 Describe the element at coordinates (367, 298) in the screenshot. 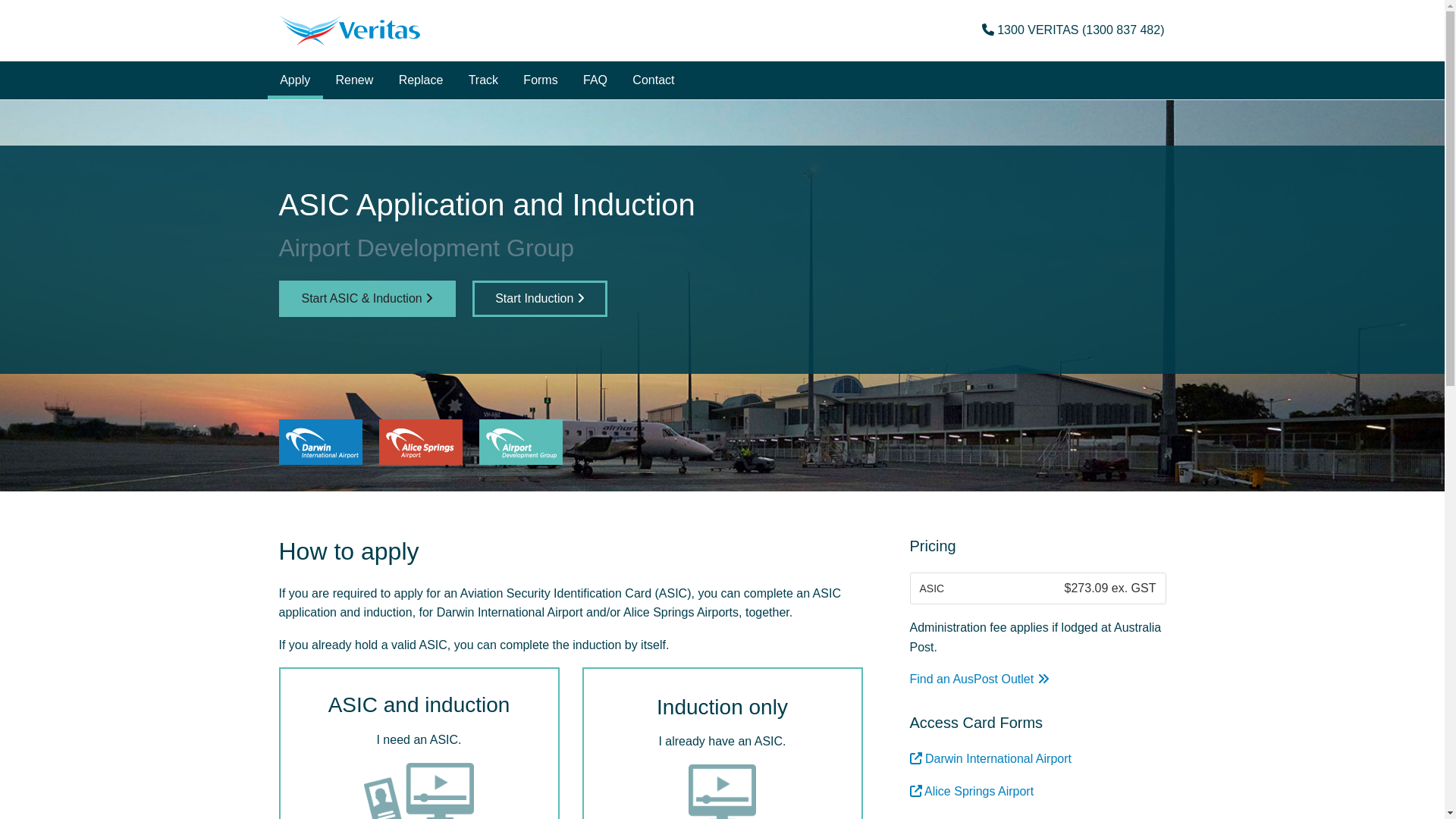

I see `'Start ASIC & Induction'` at that location.